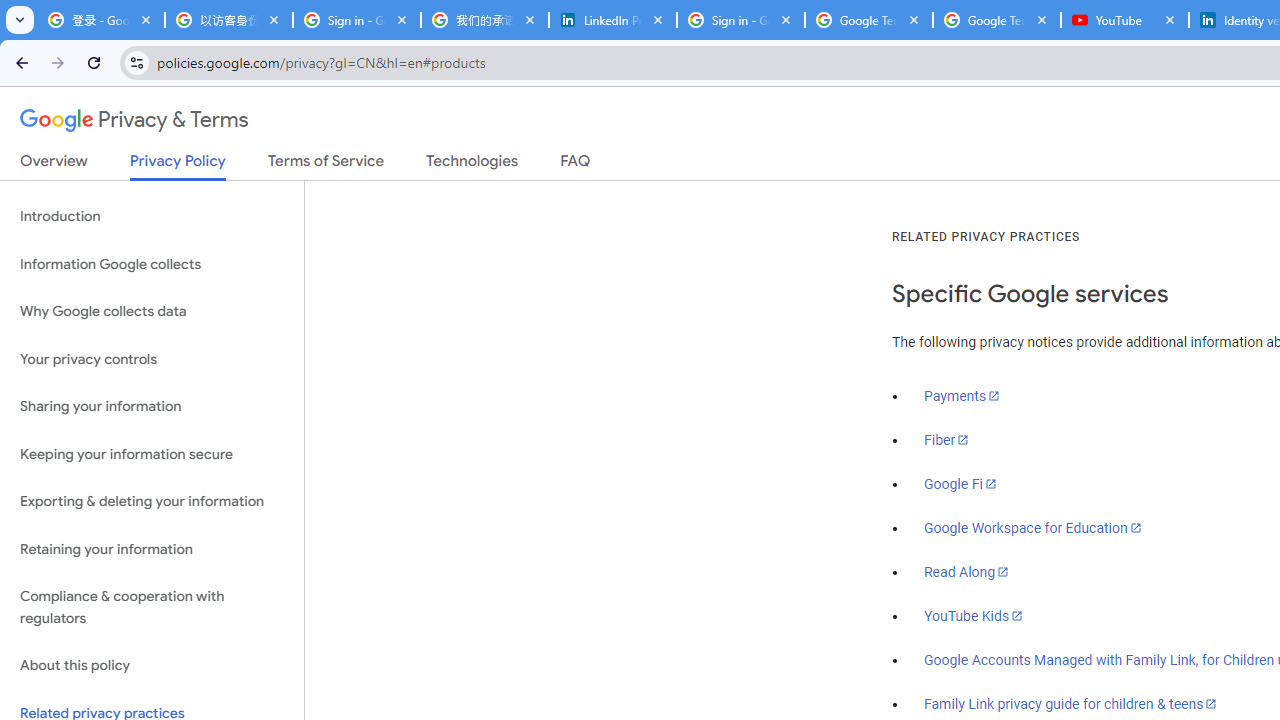  Describe the element at coordinates (134, 120) in the screenshot. I see `'Privacy & Terms'` at that location.